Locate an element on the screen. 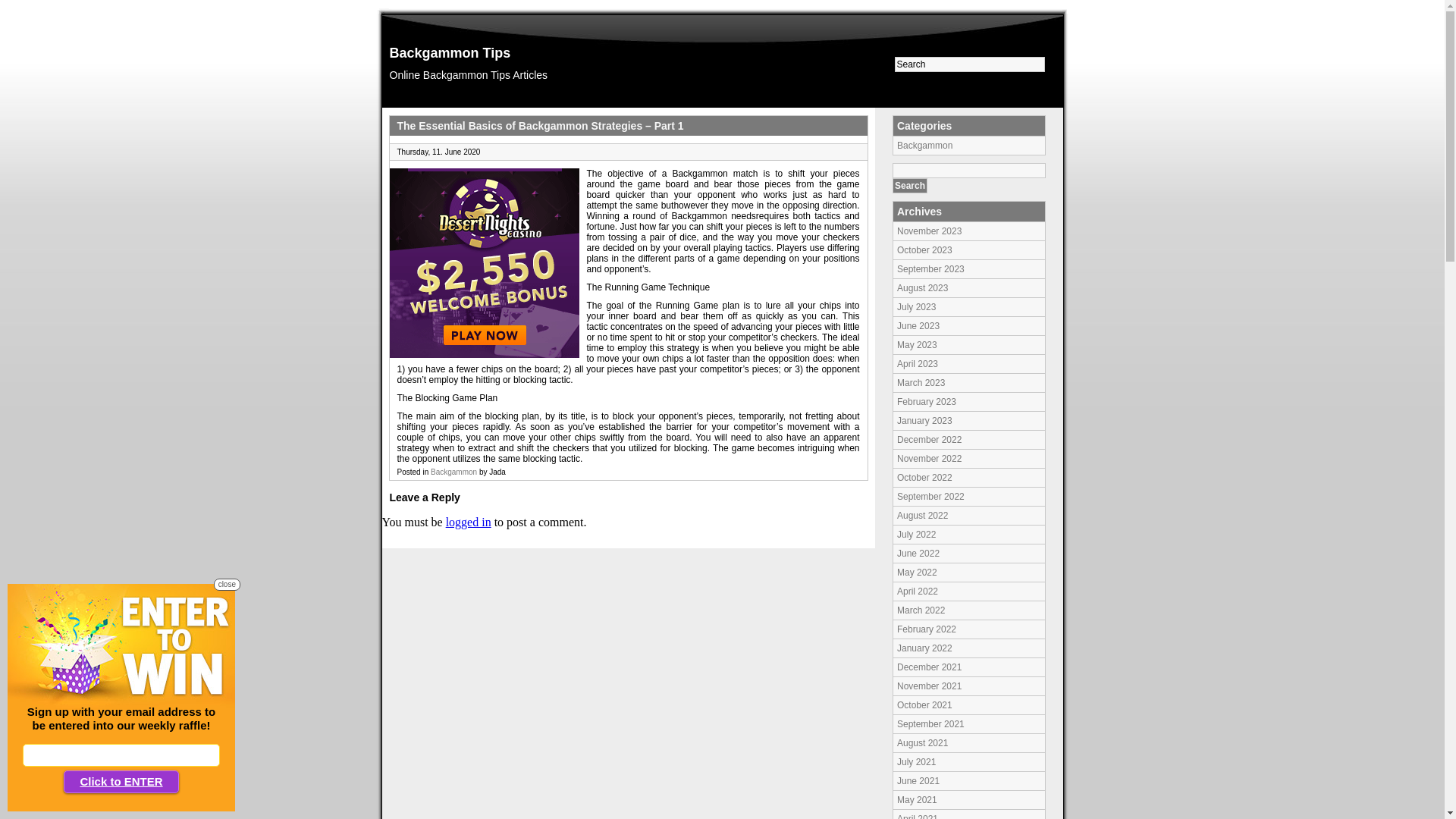  'May 2023' is located at coordinates (916, 345).